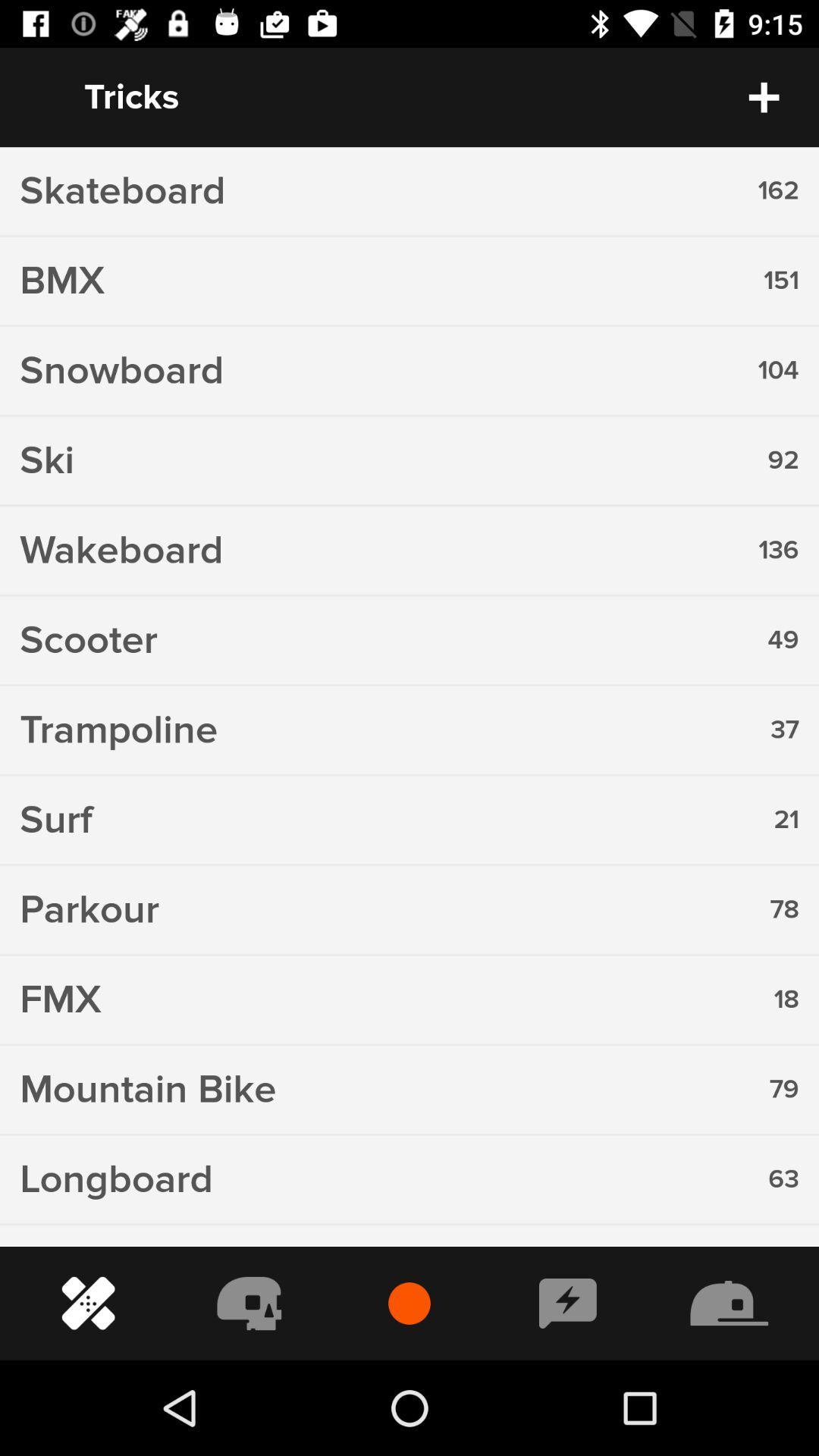 The image size is (819, 1456). I want to click on the add icon, so click(764, 96).